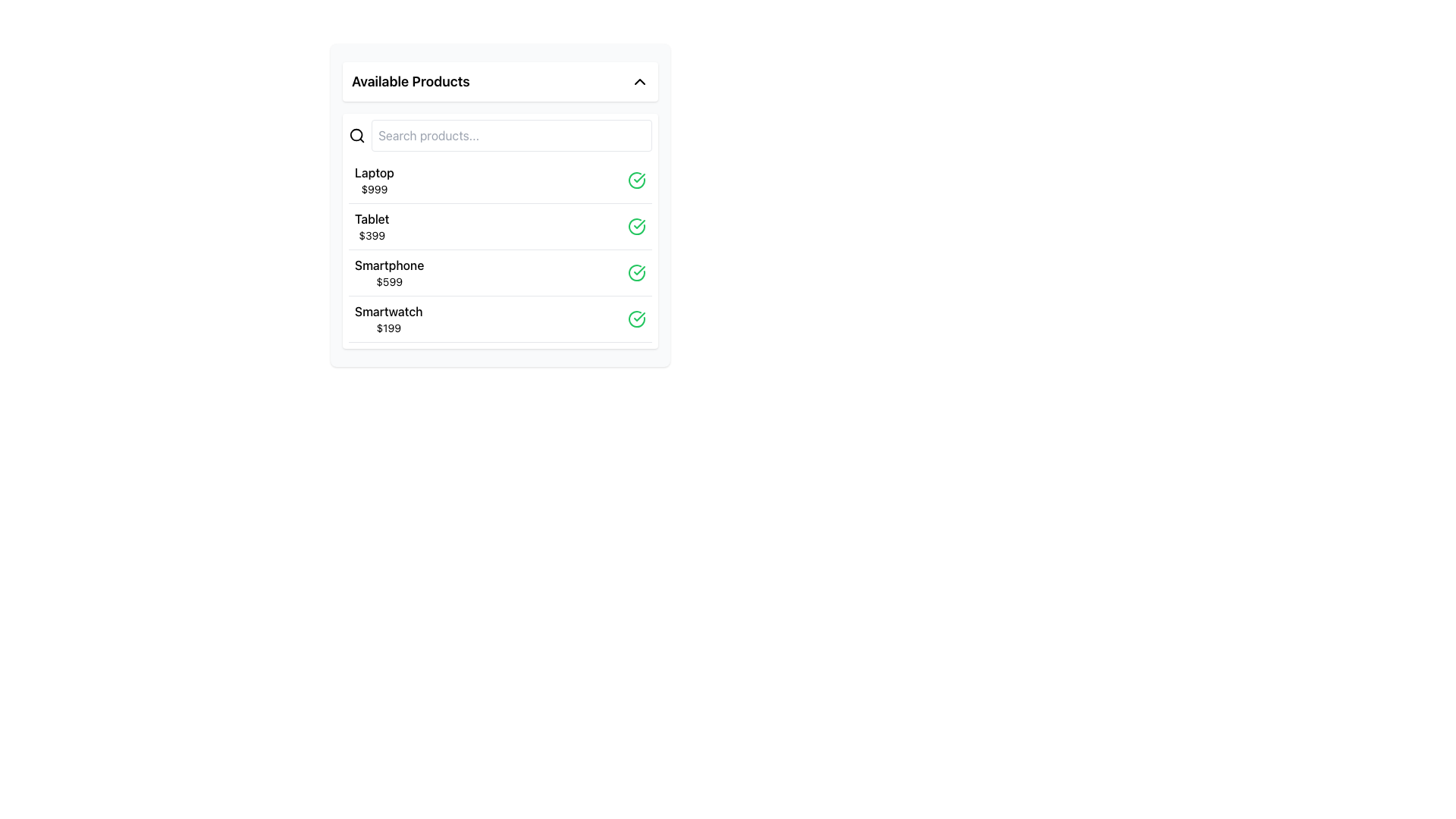 This screenshot has height=819, width=1456. Describe the element at coordinates (388, 311) in the screenshot. I see `the 'Smartwatch' text label in the fourth row of the 'Available Products' section` at that location.